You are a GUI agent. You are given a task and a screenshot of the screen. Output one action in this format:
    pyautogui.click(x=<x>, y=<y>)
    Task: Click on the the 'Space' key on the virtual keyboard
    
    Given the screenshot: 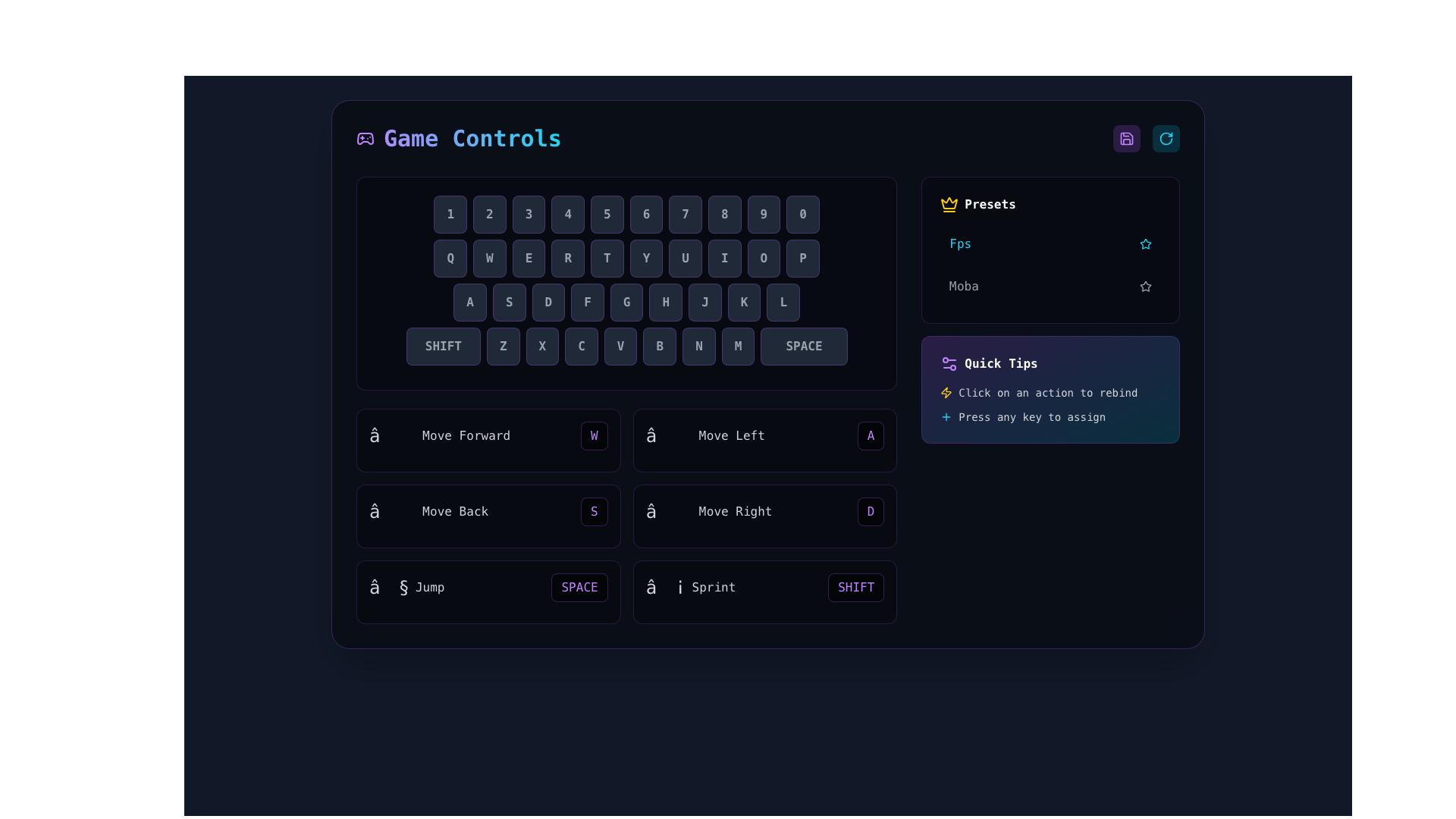 What is the action you would take?
    pyautogui.click(x=803, y=346)
    